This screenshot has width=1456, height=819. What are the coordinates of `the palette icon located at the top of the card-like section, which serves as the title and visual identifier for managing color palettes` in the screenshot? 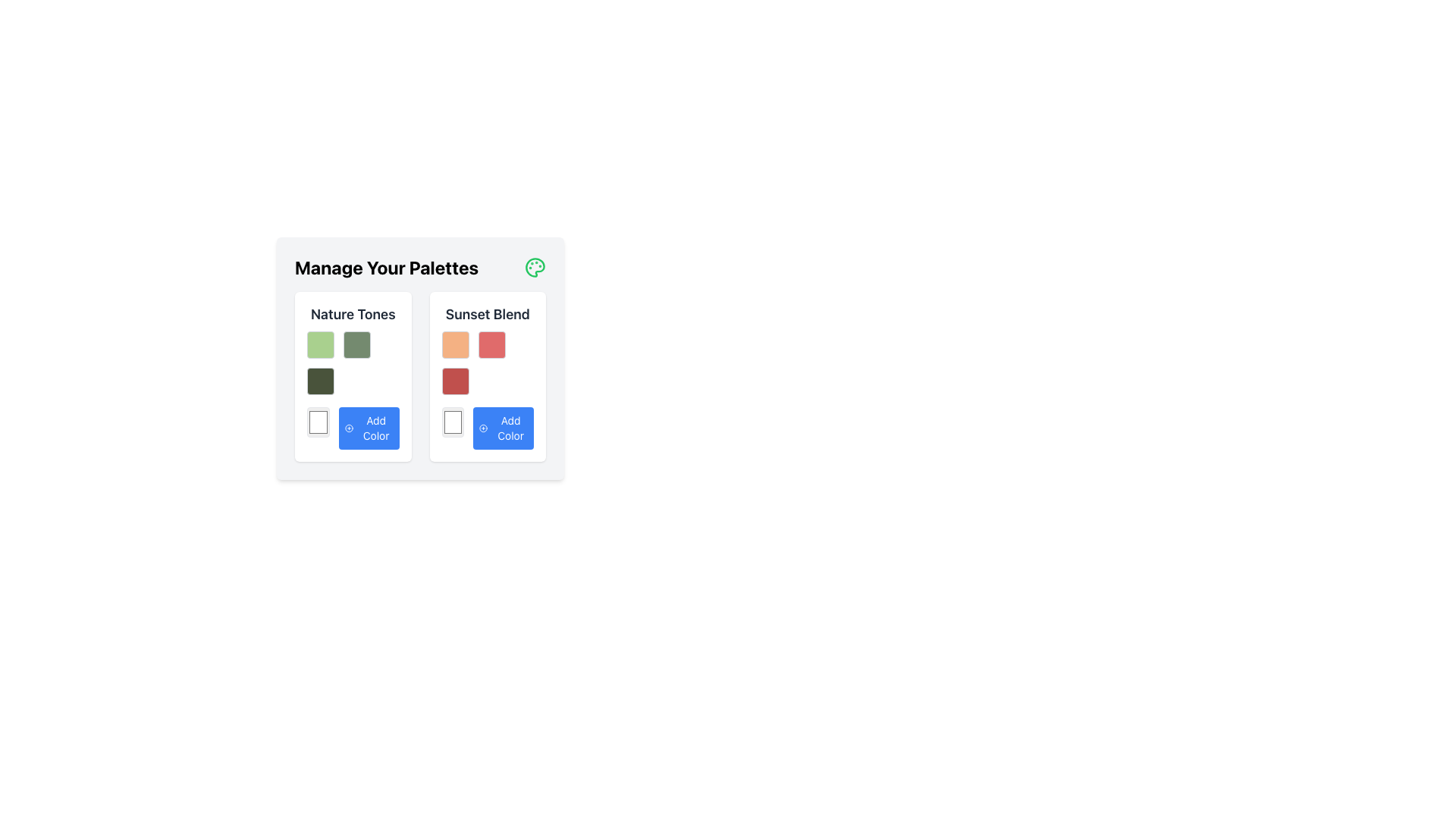 It's located at (420, 267).